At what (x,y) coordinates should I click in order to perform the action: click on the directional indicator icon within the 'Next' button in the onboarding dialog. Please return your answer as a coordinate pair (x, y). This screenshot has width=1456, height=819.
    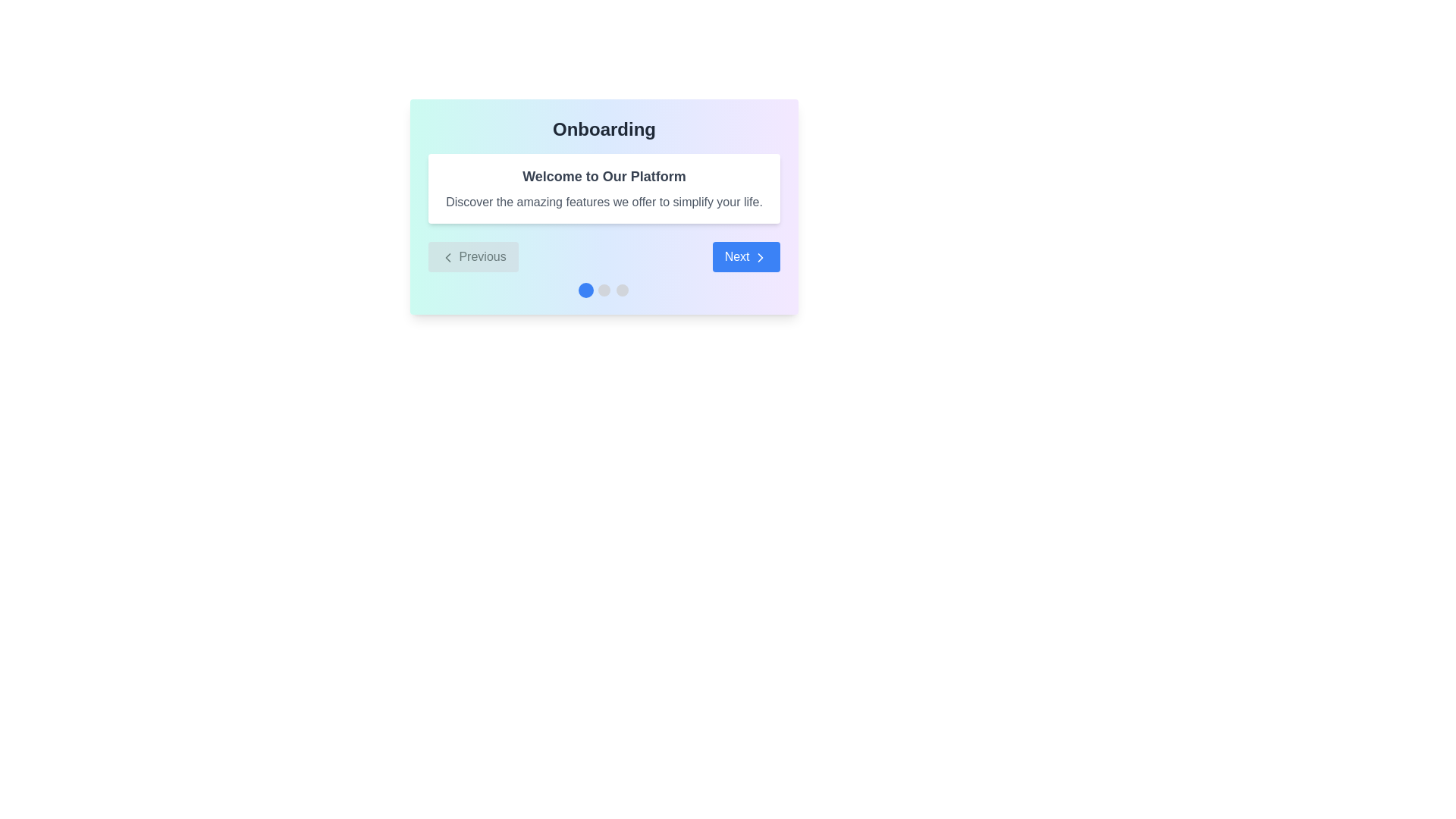
    Looking at the image, I should click on (761, 256).